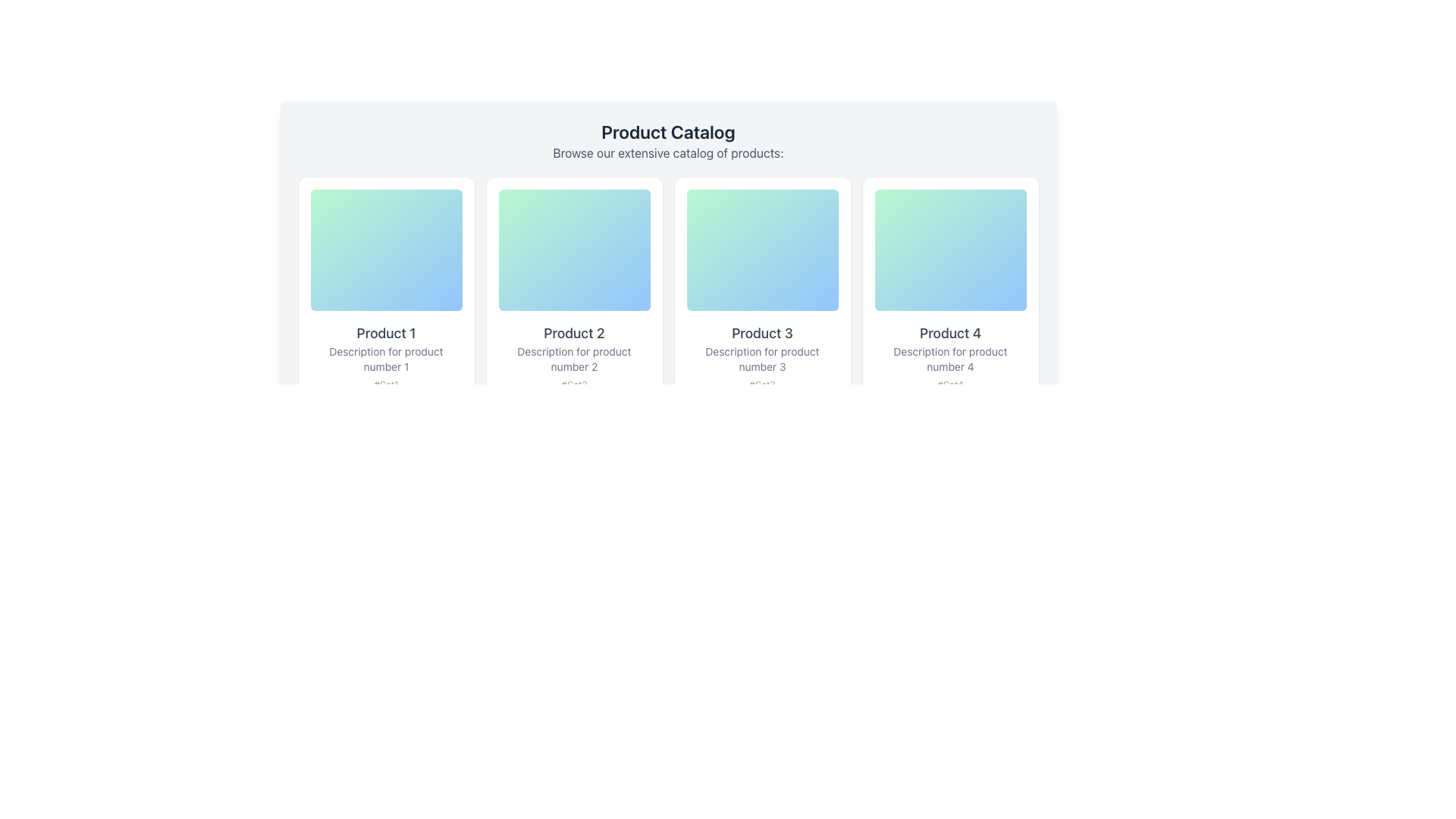 Image resolution: width=1456 pixels, height=819 pixels. What do you see at coordinates (573, 384) in the screenshot?
I see `the text label displaying '#Cat2' in light gray color, located below the descriptive text of the 'Product 2' card` at bounding box center [573, 384].